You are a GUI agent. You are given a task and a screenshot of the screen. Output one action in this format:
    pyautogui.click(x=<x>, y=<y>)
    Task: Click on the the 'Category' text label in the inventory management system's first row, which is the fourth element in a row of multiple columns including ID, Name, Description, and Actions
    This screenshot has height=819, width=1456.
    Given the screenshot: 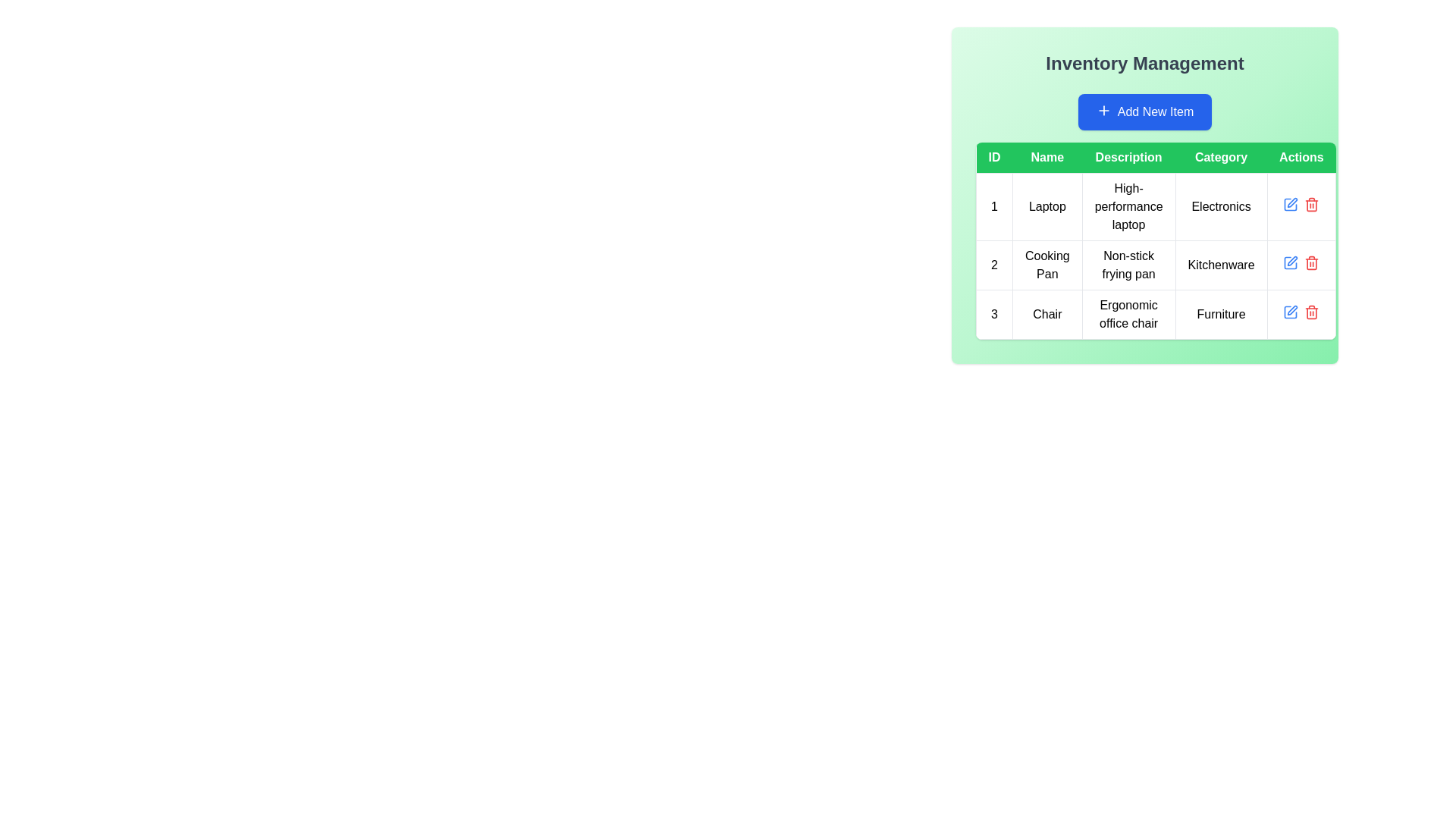 What is the action you would take?
    pyautogui.click(x=1221, y=207)
    